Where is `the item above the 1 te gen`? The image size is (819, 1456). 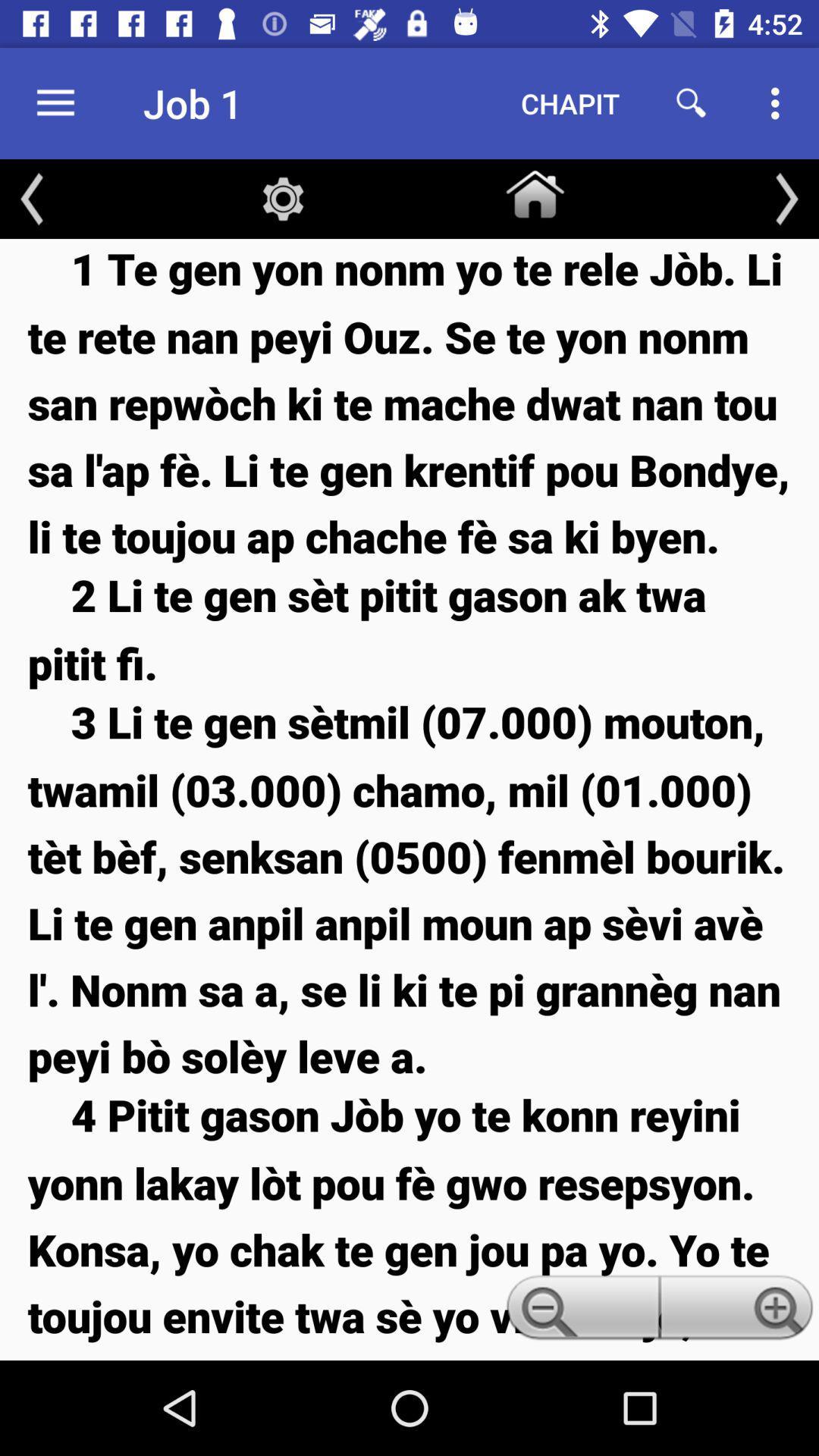 the item above the 1 te gen is located at coordinates (283, 198).